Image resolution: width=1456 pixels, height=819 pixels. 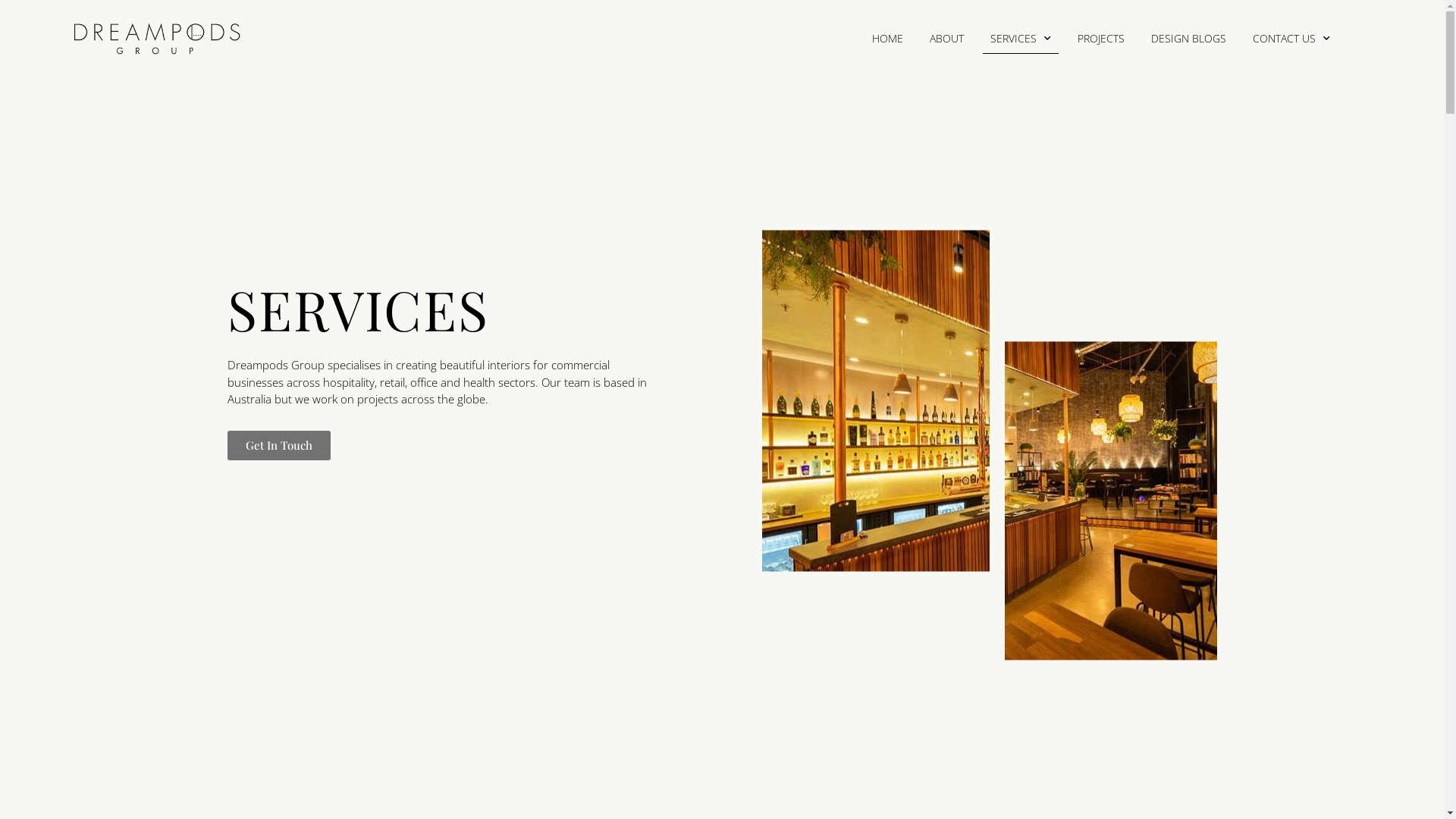 I want to click on 'CONTACT US', so click(x=1291, y=37).